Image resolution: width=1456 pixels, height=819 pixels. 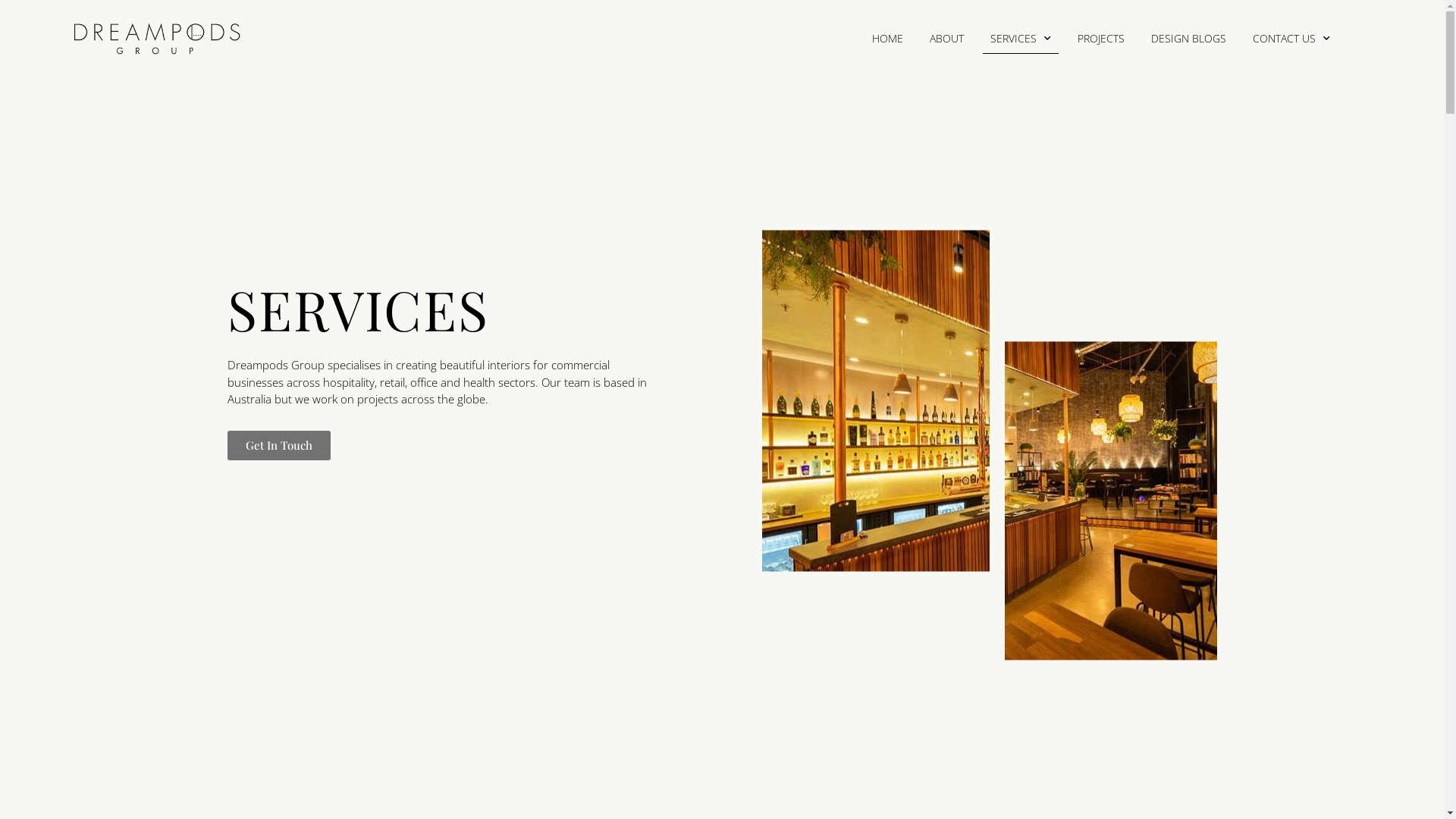 I want to click on 'CONTACT US', so click(x=1291, y=37).